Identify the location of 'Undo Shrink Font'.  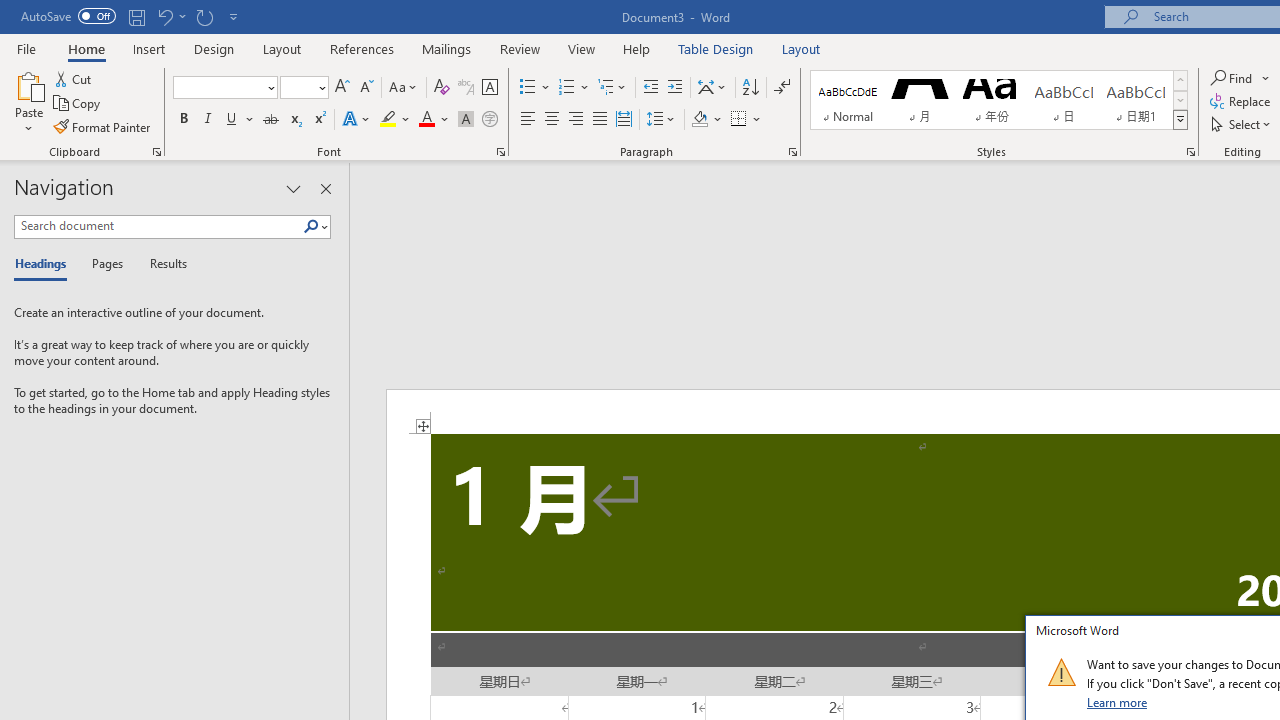
(164, 16).